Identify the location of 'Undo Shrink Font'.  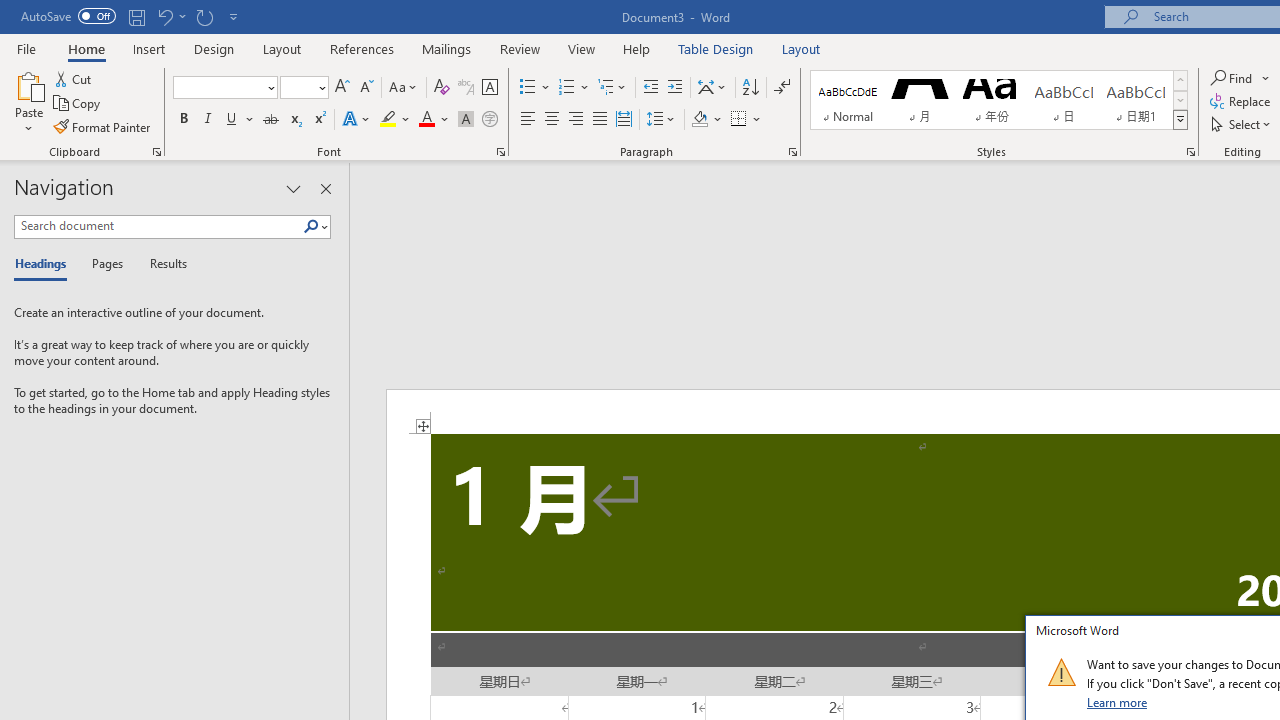
(164, 16).